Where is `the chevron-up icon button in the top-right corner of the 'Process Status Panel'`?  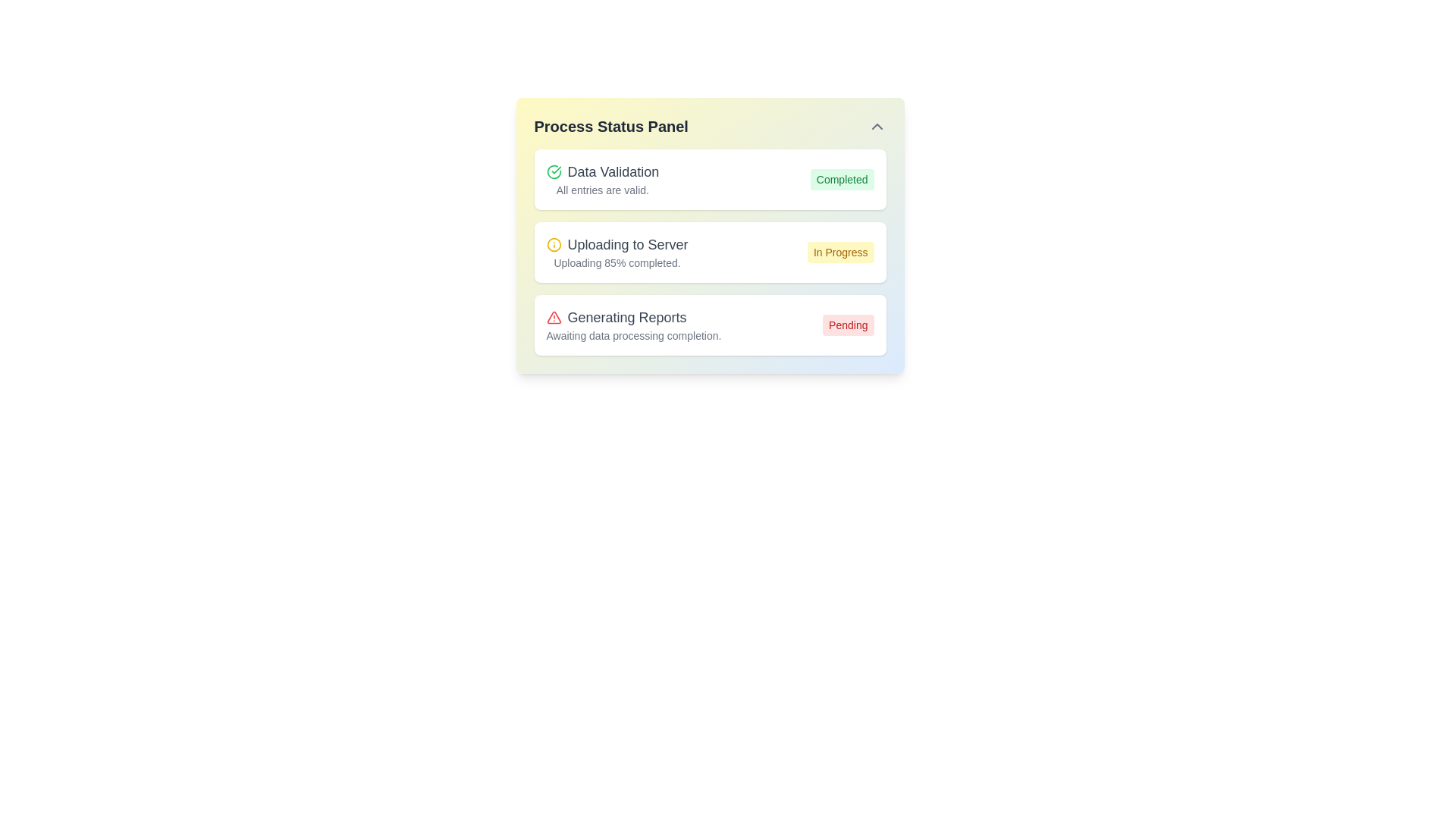
the chevron-up icon button in the top-right corner of the 'Process Status Panel' is located at coordinates (877, 125).